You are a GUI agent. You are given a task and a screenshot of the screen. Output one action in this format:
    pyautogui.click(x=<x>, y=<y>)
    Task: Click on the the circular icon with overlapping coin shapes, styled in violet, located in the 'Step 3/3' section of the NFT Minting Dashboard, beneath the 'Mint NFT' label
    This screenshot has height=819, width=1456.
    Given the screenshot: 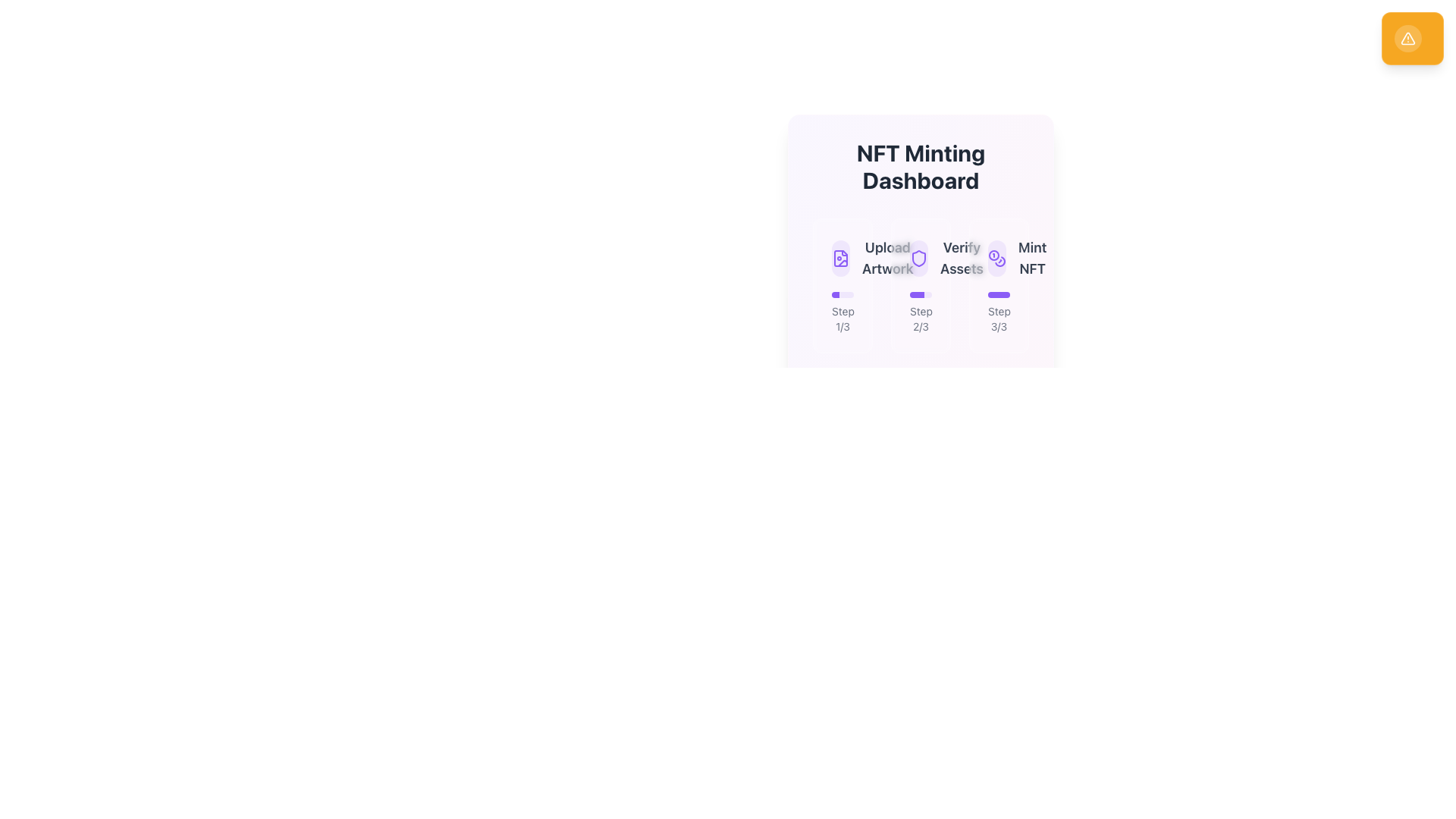 What is the action you would take?
    pyautogui.click(x=997, y=257)
    